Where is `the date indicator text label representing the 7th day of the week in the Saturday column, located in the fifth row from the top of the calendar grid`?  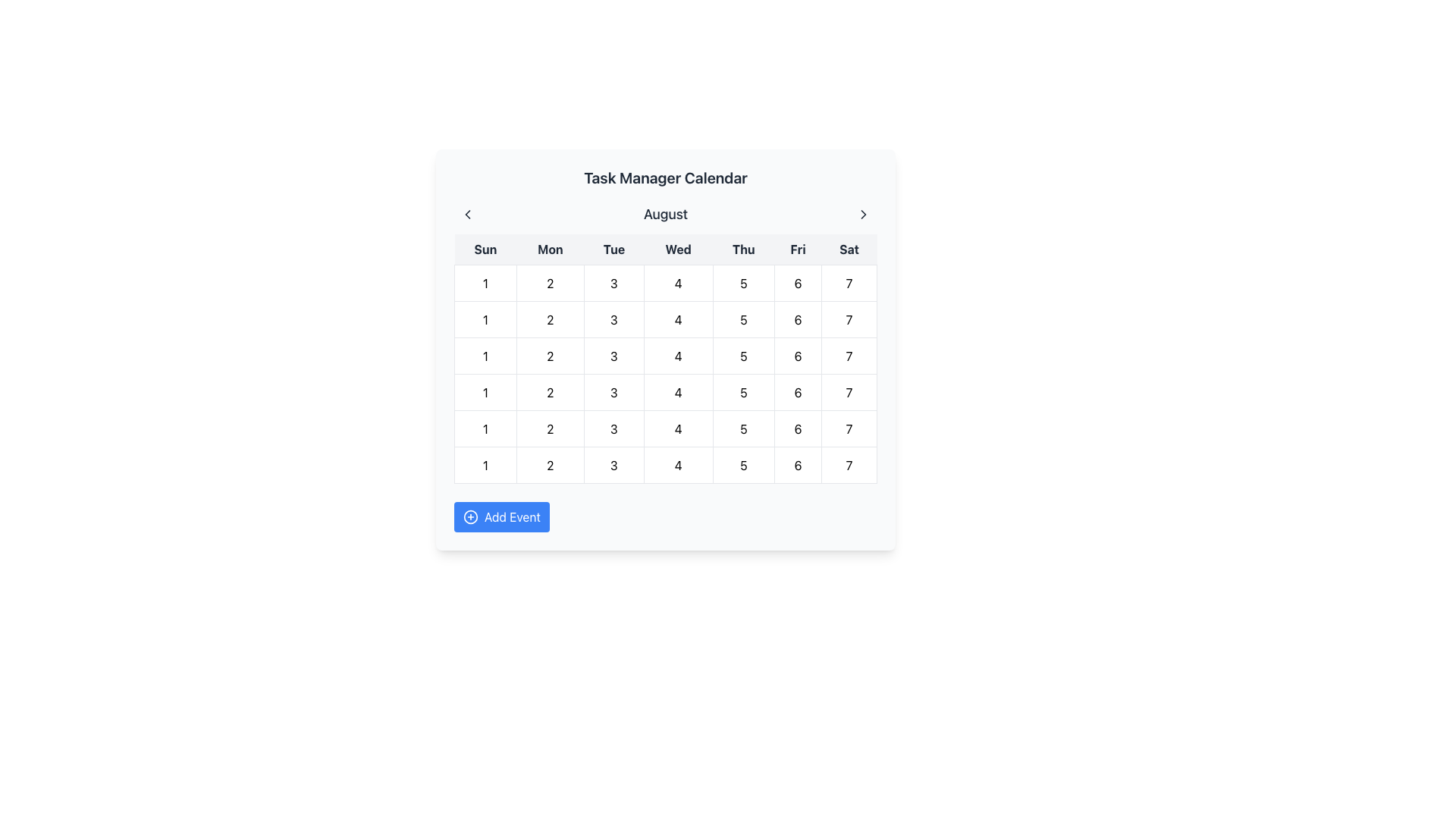 the date indicator text label representing the 7th day of the week in the Saturday column, located in the fifth row from the top of the calendar grid is located at coordinates (849, 428).